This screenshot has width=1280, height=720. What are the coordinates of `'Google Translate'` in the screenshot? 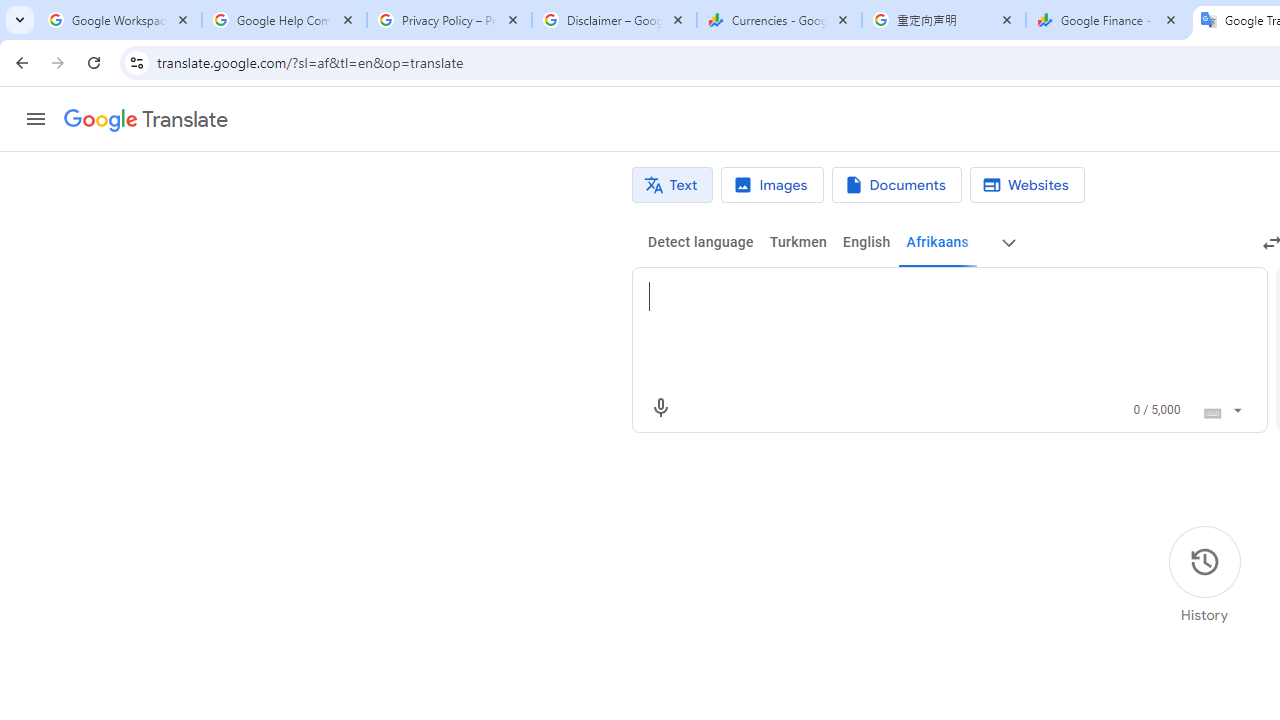 It's located at (144, 120).